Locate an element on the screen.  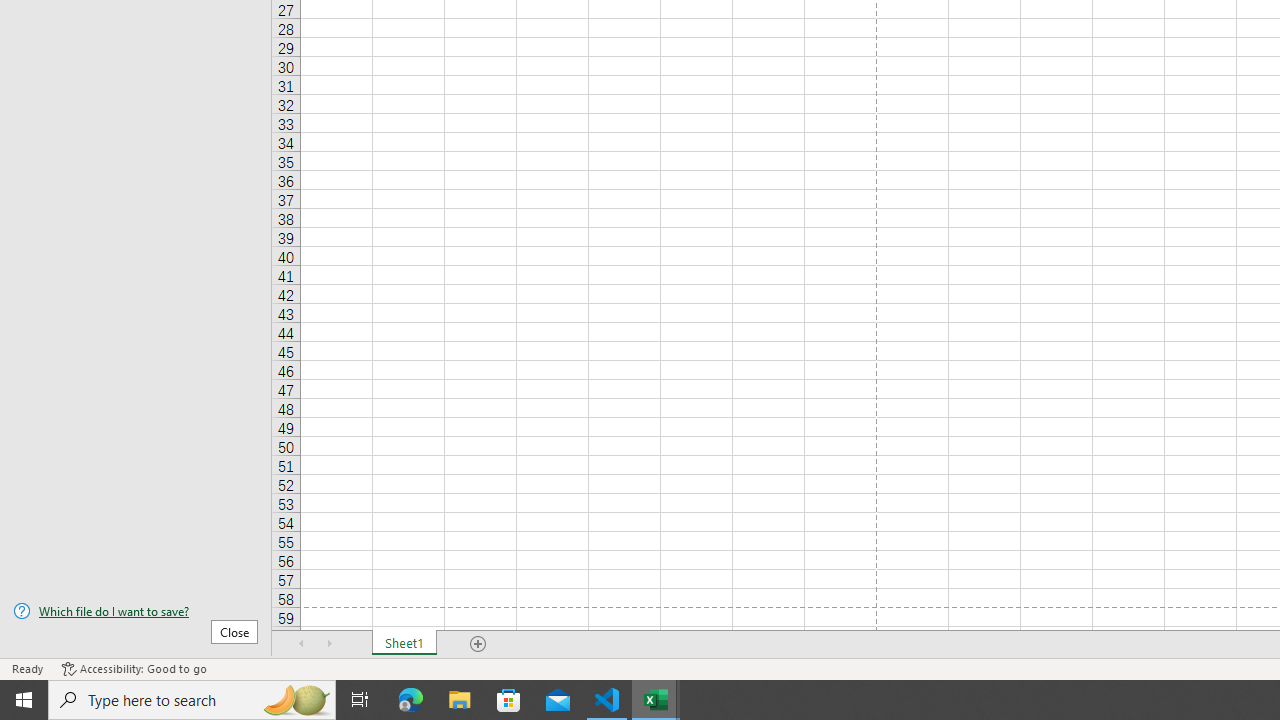
'Scroll Left' is located at coordinates (301, 644).